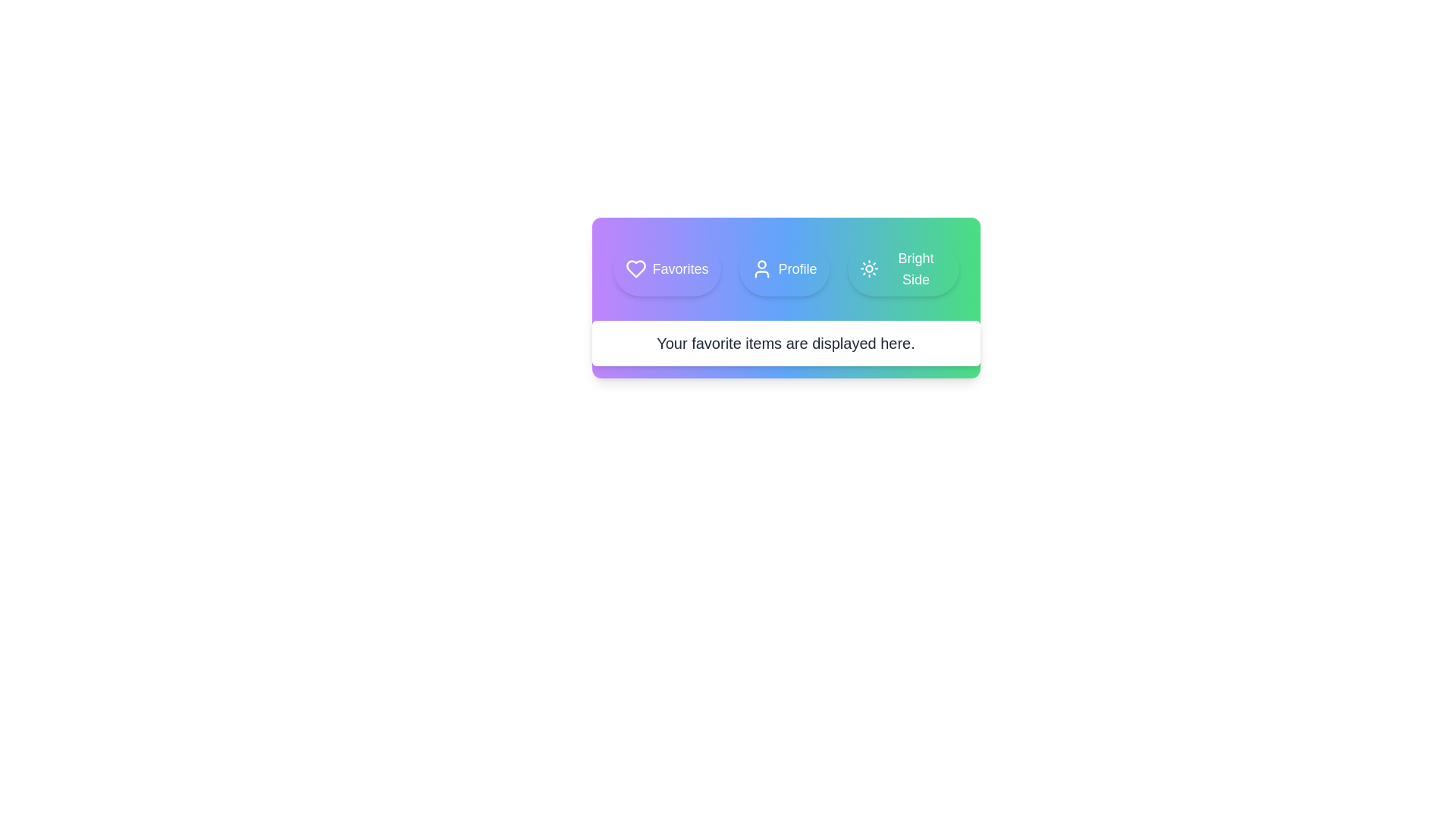  I want to click on the Profile tab to observe its hover effect, so click(784, 268).